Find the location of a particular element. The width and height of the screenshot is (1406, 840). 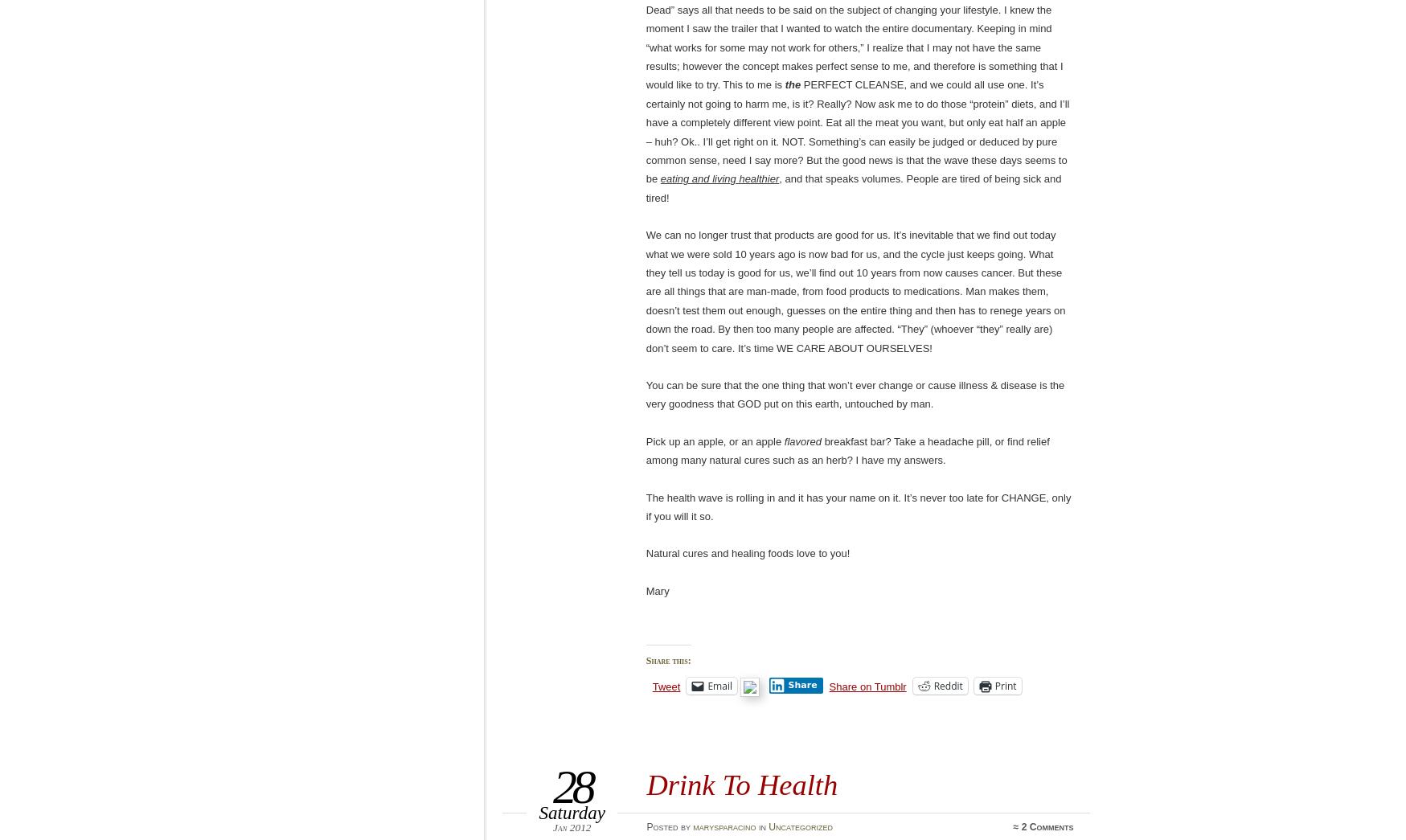

'Posted' is located at coordinates (662, 827).